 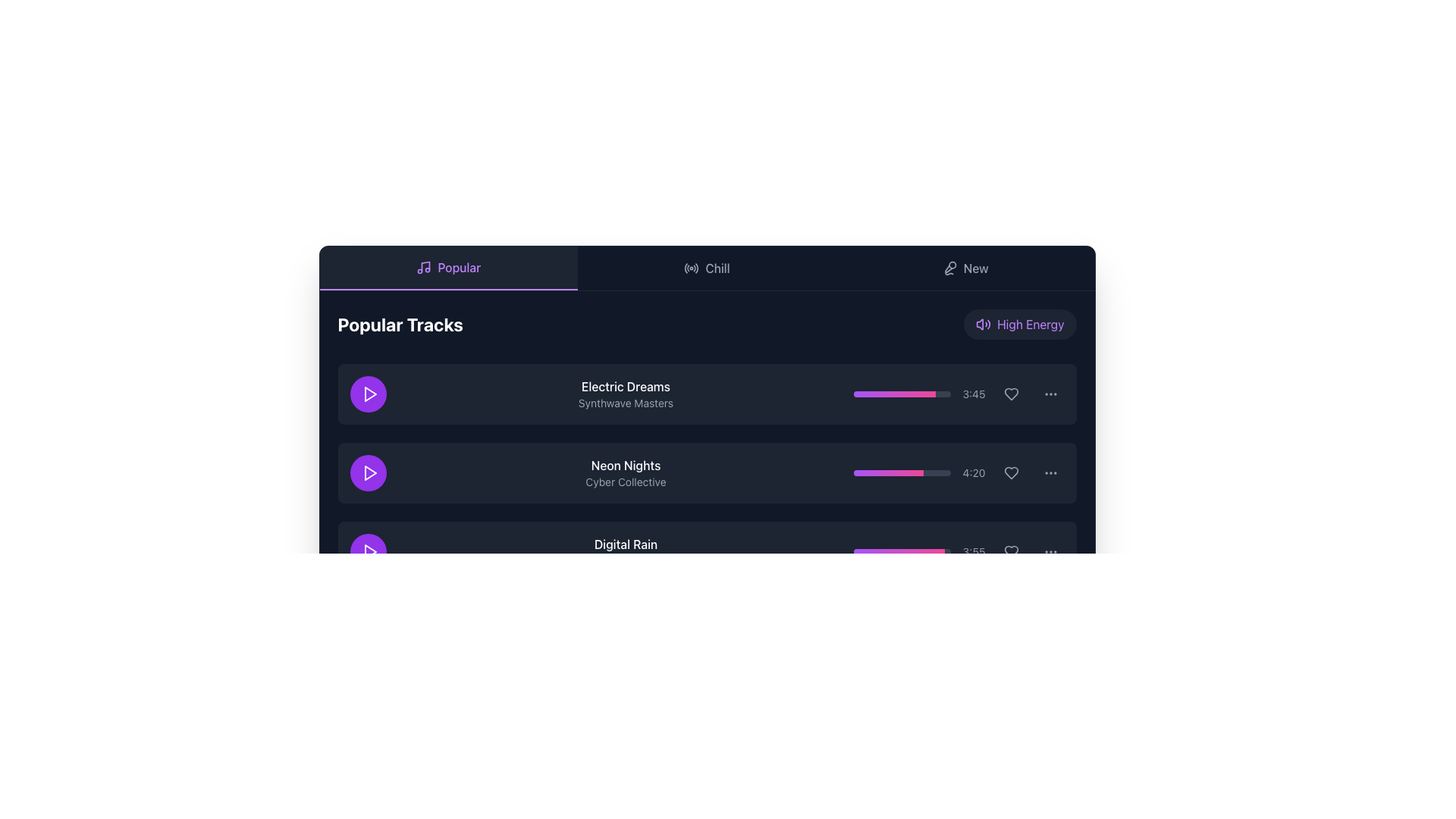 What do you see at coordinates (984, 324) in the screenshot?
I see `the sound icon located at the top-right corner of the interface, next` at bounding box center [984, 324].